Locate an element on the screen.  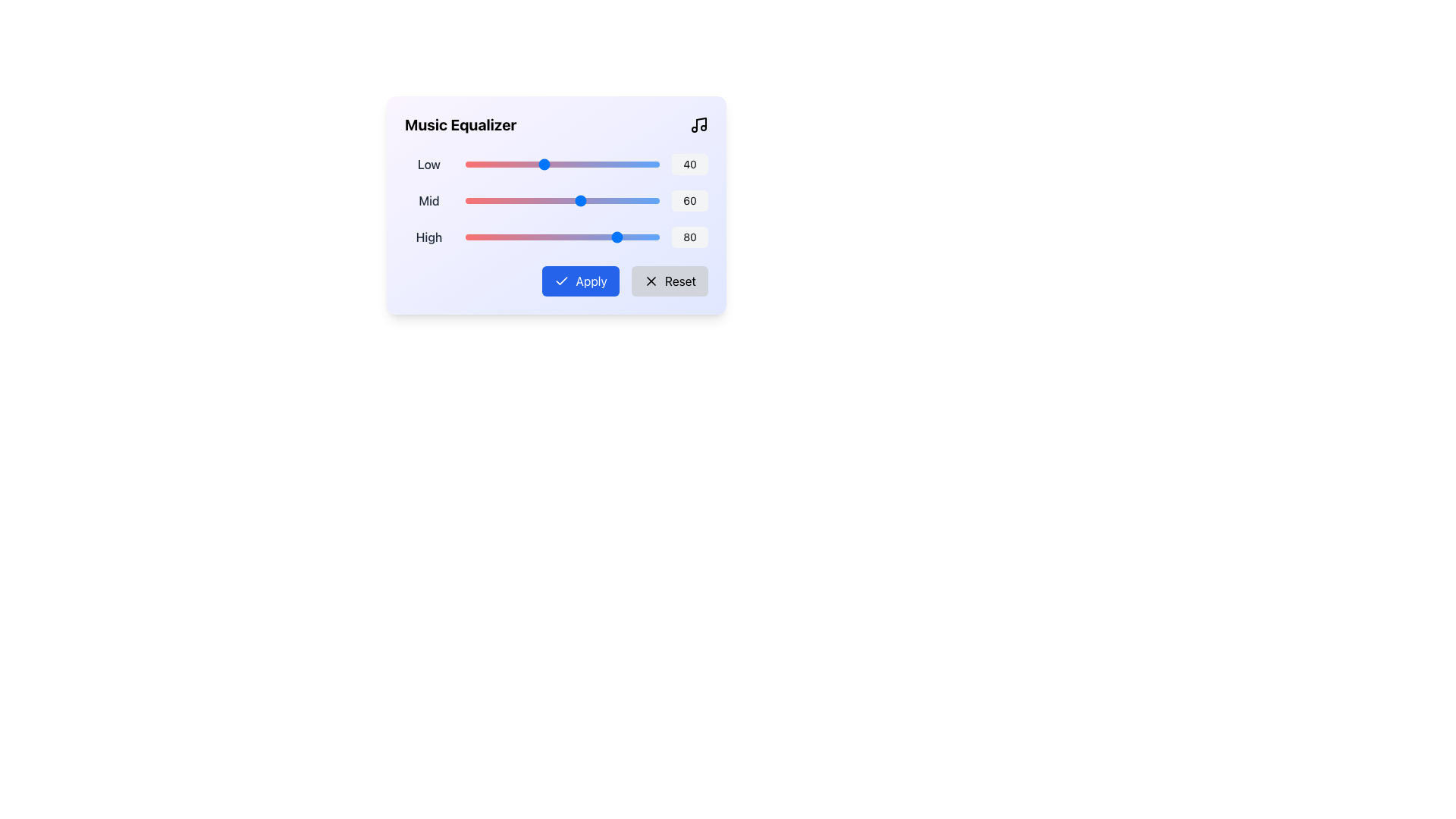
the mid-range slider is located at coordinates (634, 200).